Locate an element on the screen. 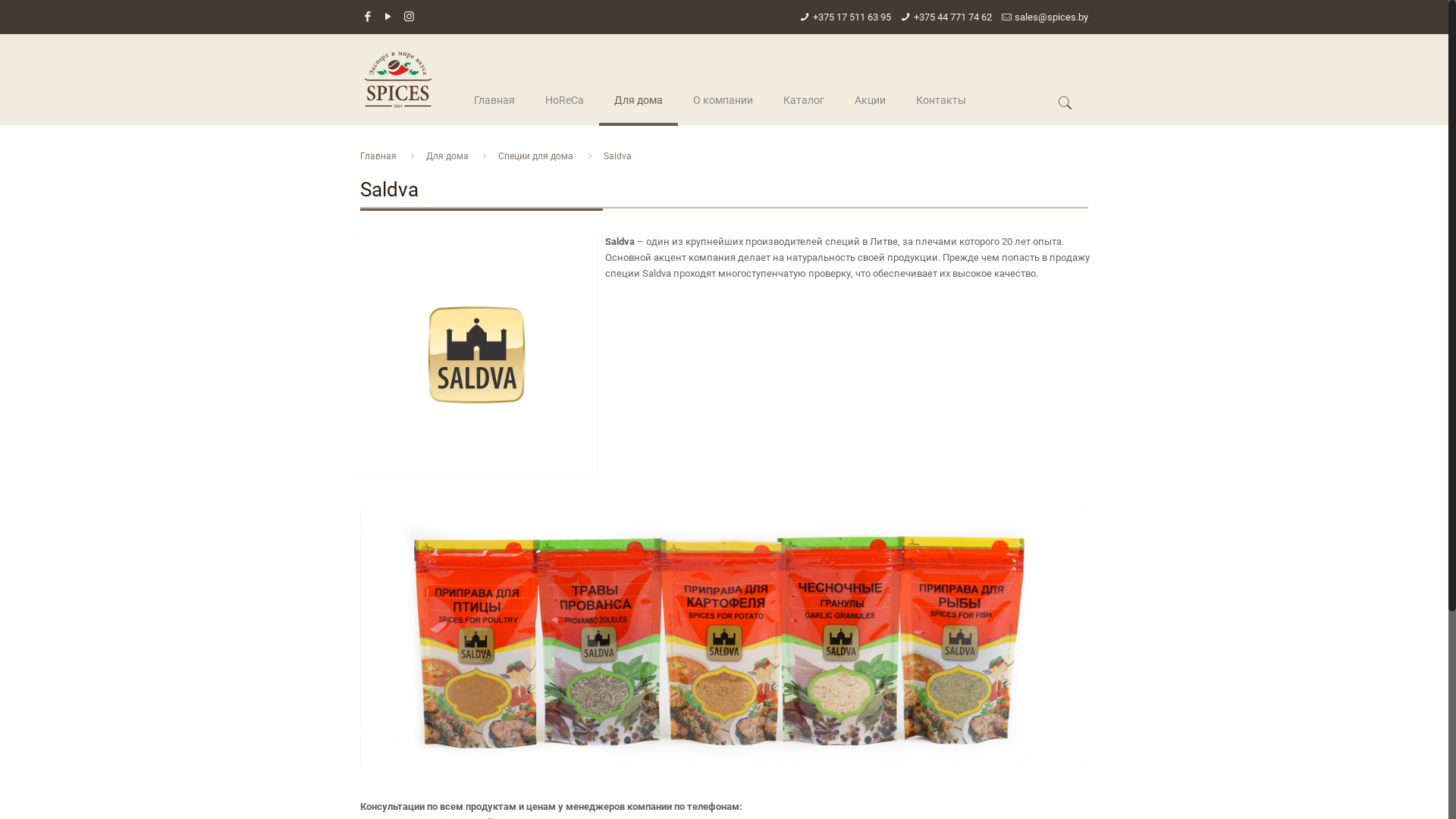 This screenshot has width=1456, height=819. 'spices.by' is located at coordinates (397, 79).